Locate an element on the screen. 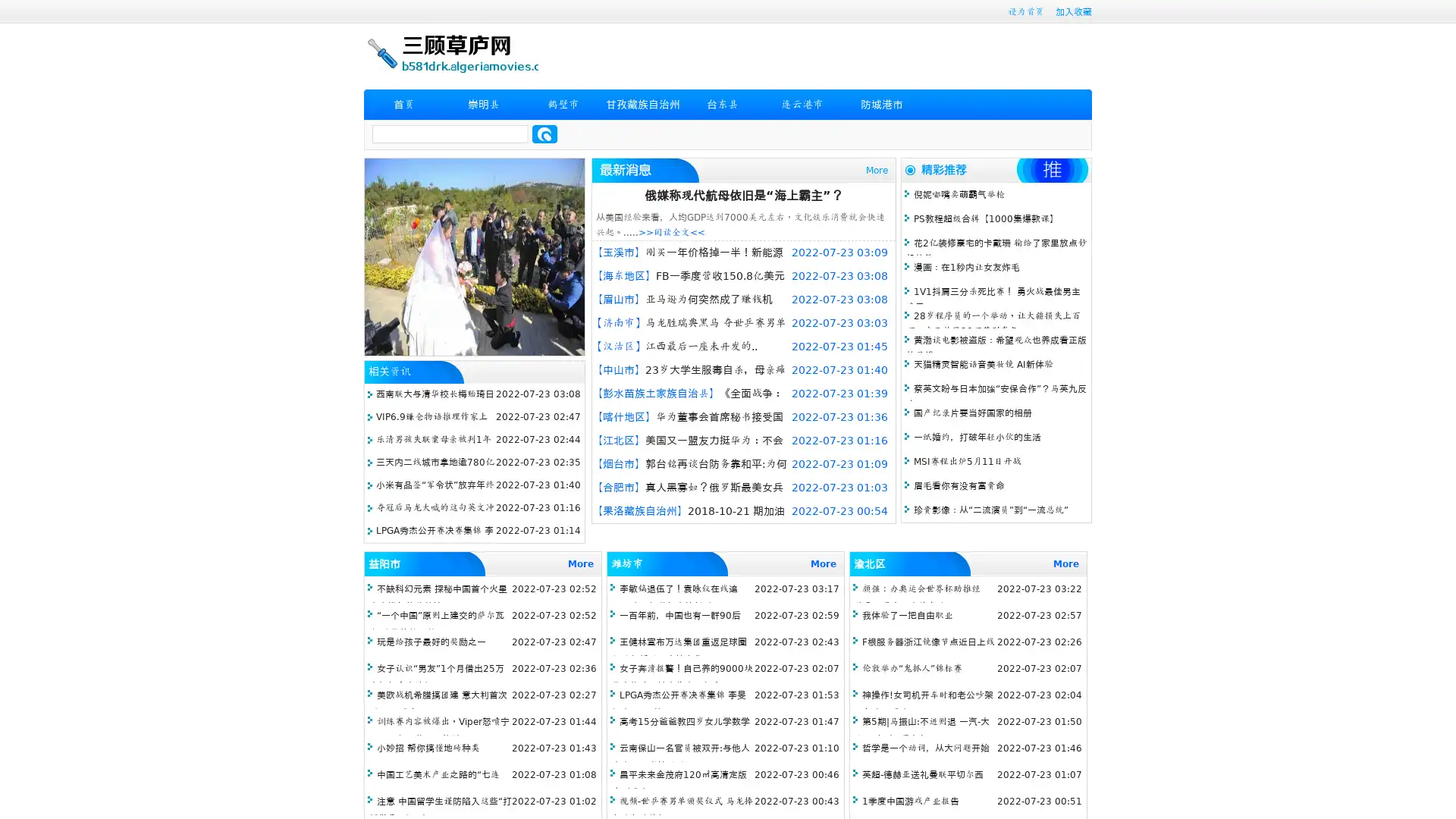  Search is located at coordinates (544, 133).